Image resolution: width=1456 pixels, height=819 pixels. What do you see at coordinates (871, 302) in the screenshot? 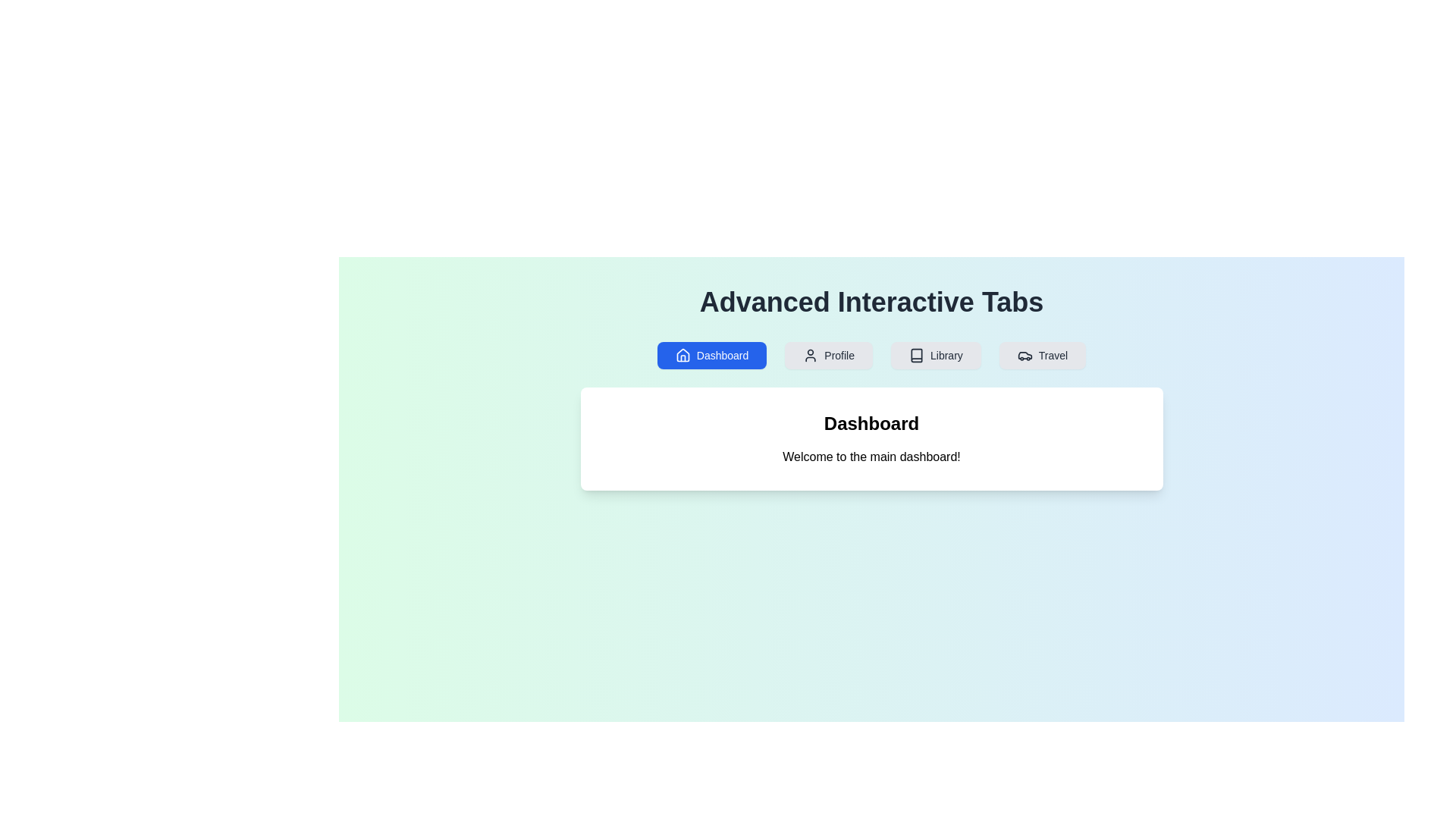
I see `text content of the bold title labeled 'Advanced Interactive Tabs' which is centrally aligned at the top of the content area` at bounding box center [871, 302].